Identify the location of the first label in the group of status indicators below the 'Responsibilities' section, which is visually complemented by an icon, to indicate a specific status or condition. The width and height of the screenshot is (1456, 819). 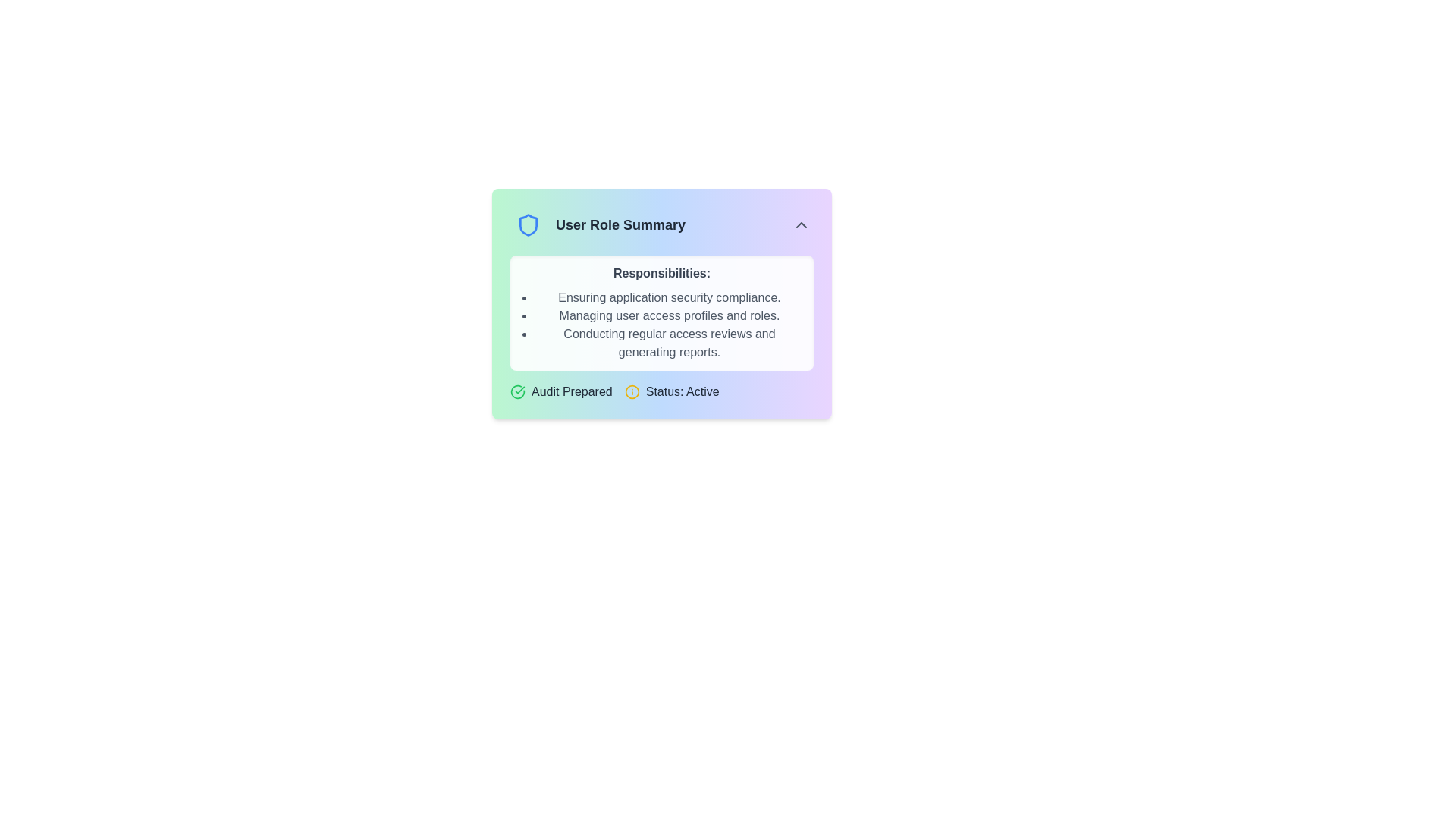
(560, 391).